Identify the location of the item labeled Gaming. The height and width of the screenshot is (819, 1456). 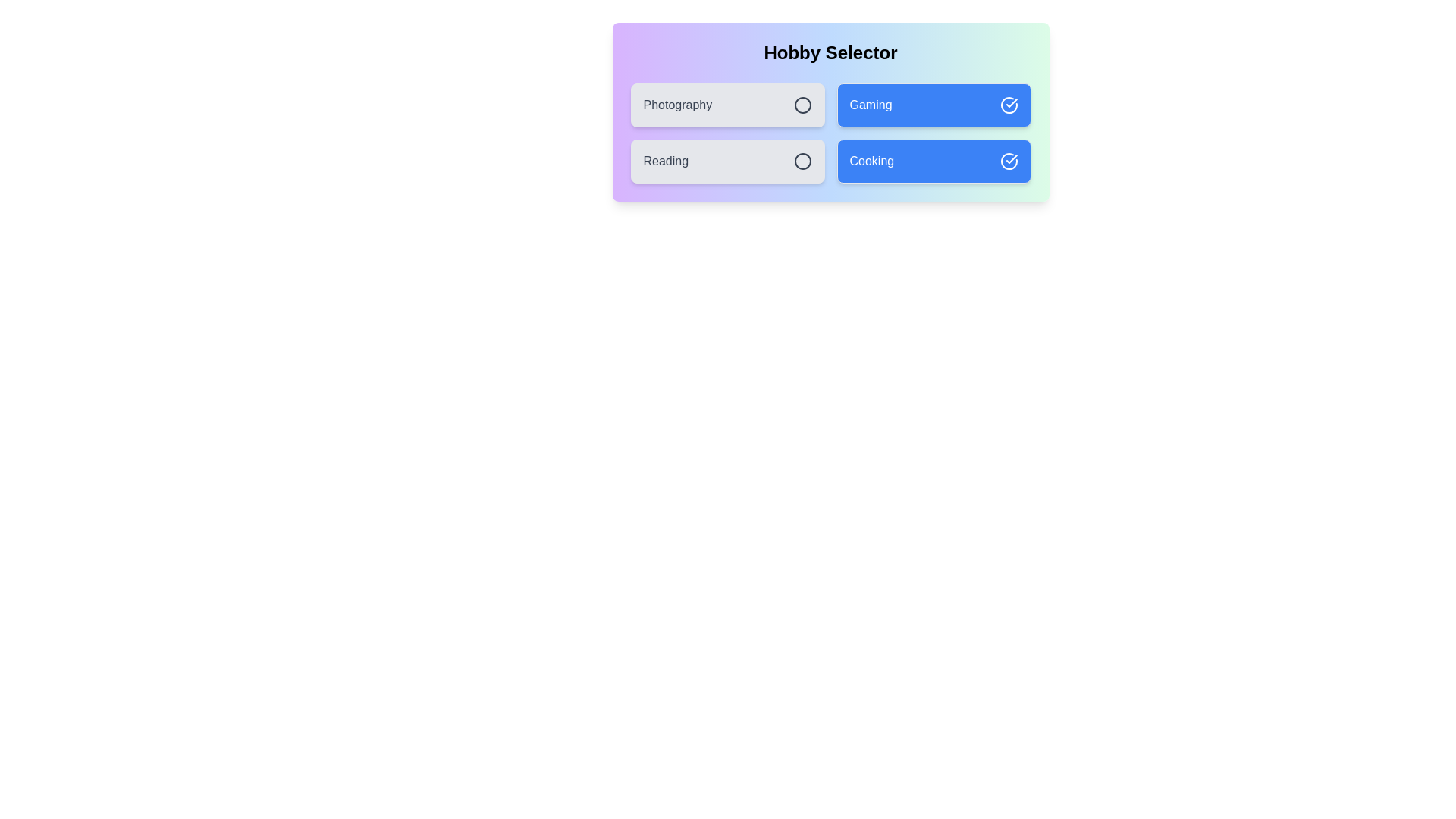
(933, 104).